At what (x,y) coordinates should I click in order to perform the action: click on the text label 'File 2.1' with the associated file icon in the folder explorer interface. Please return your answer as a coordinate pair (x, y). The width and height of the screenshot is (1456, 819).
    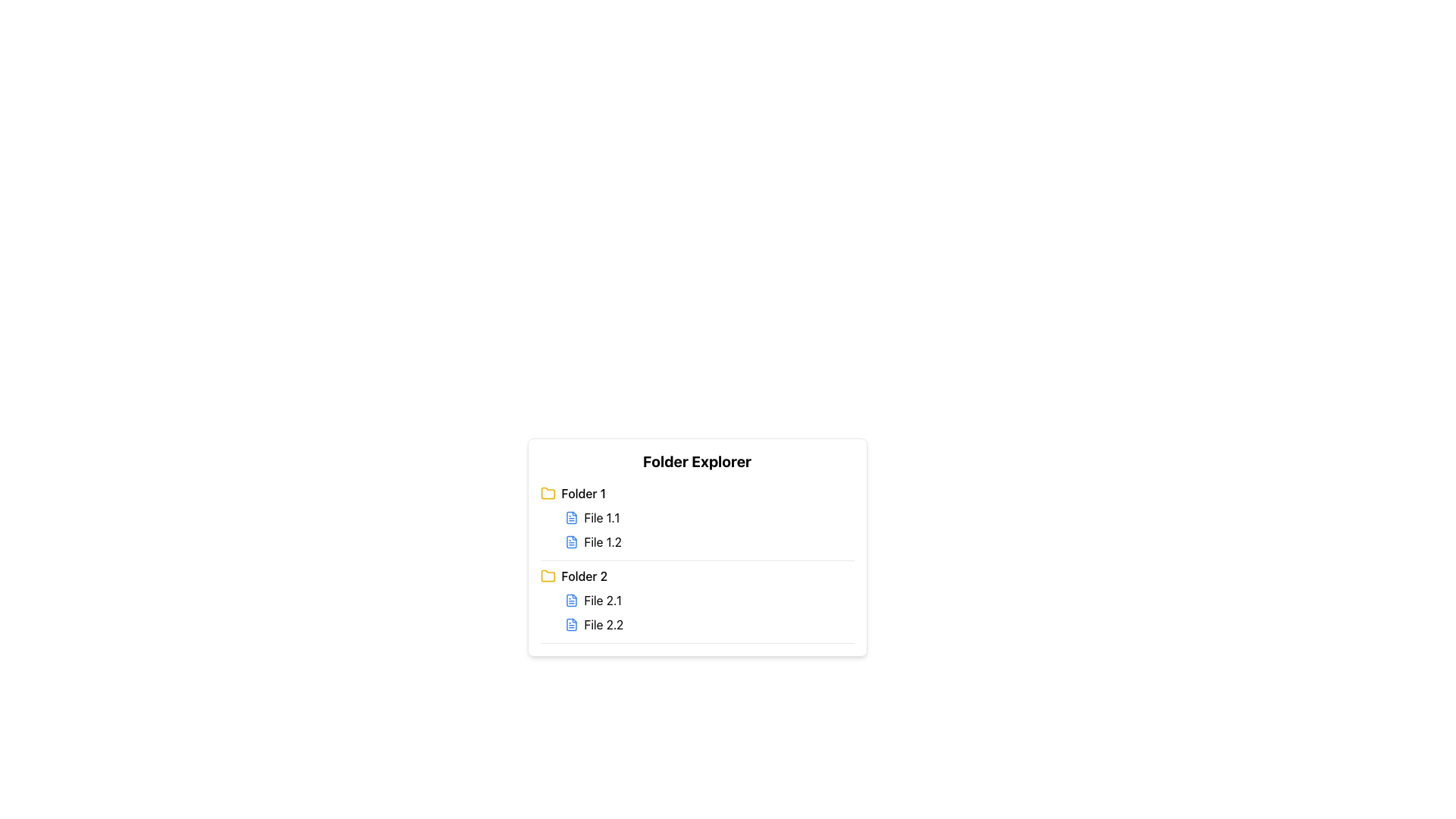
    Looking at the image, I should click on (602, 599).